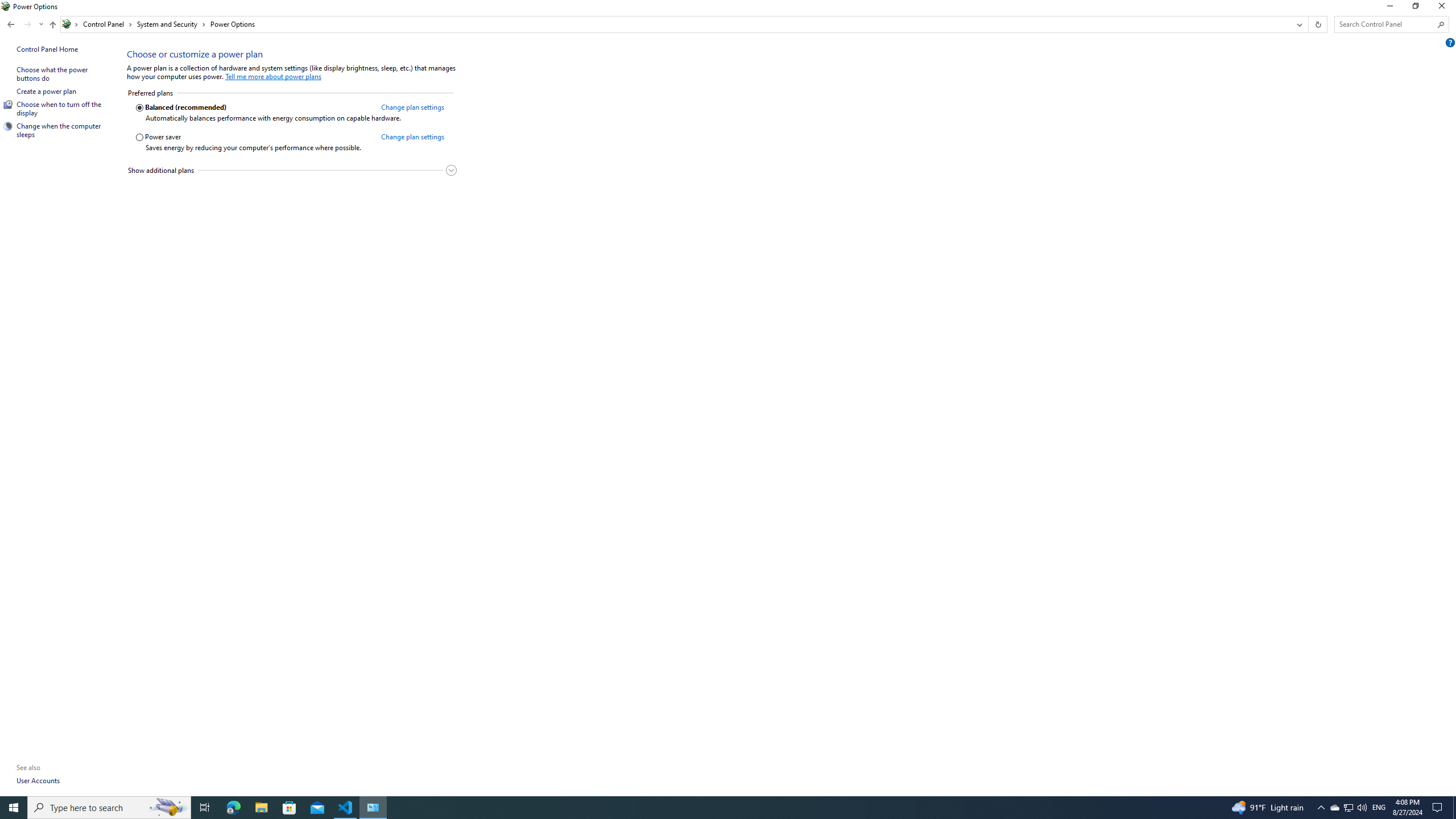 The image size is (1456, 819). Describe the element at coordinates (59, 129) in the screenshot. I see `'Change when the computer sleeps'` at that location.